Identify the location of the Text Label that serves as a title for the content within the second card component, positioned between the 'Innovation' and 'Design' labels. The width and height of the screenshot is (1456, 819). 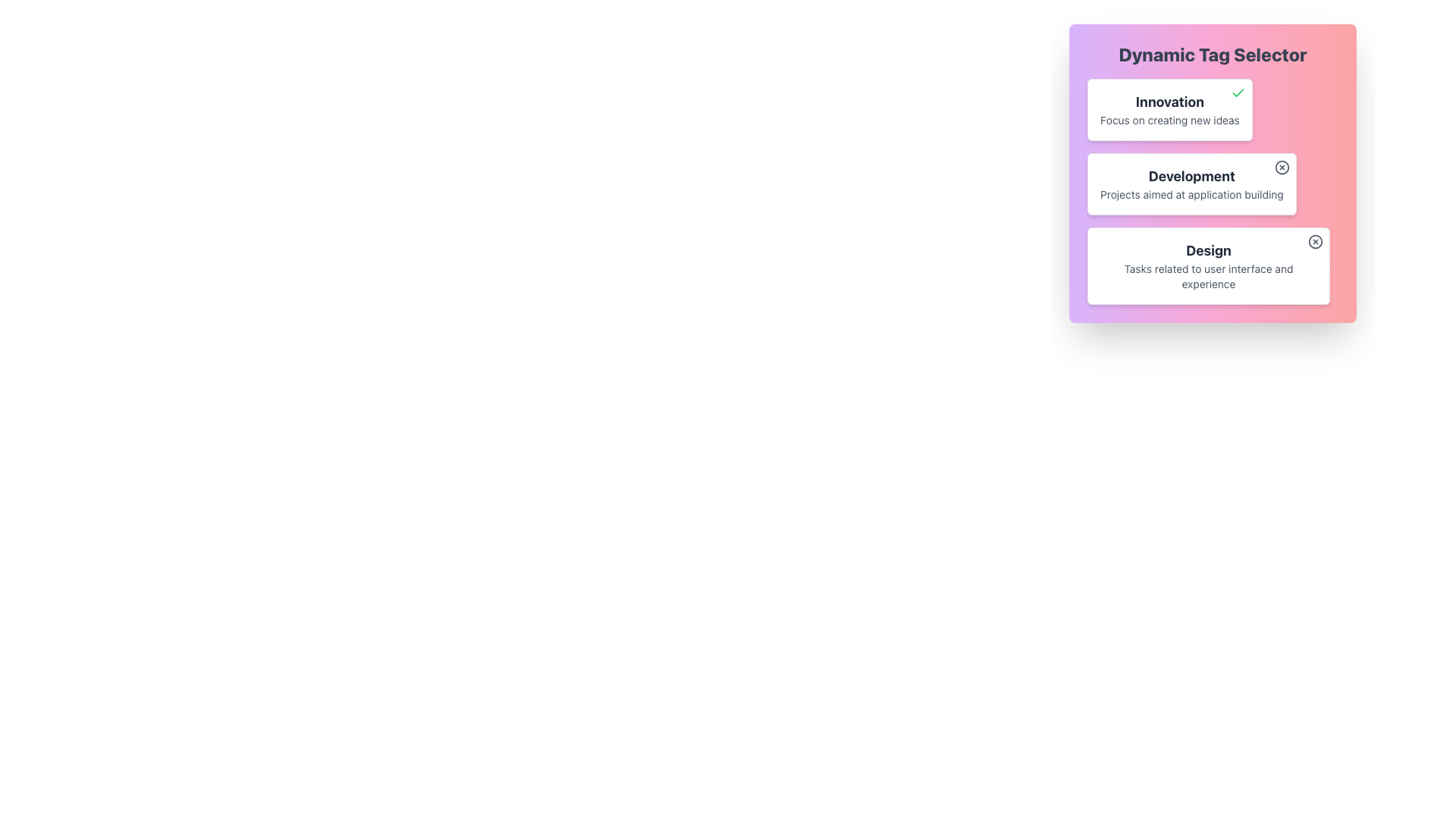
(1191, 175).